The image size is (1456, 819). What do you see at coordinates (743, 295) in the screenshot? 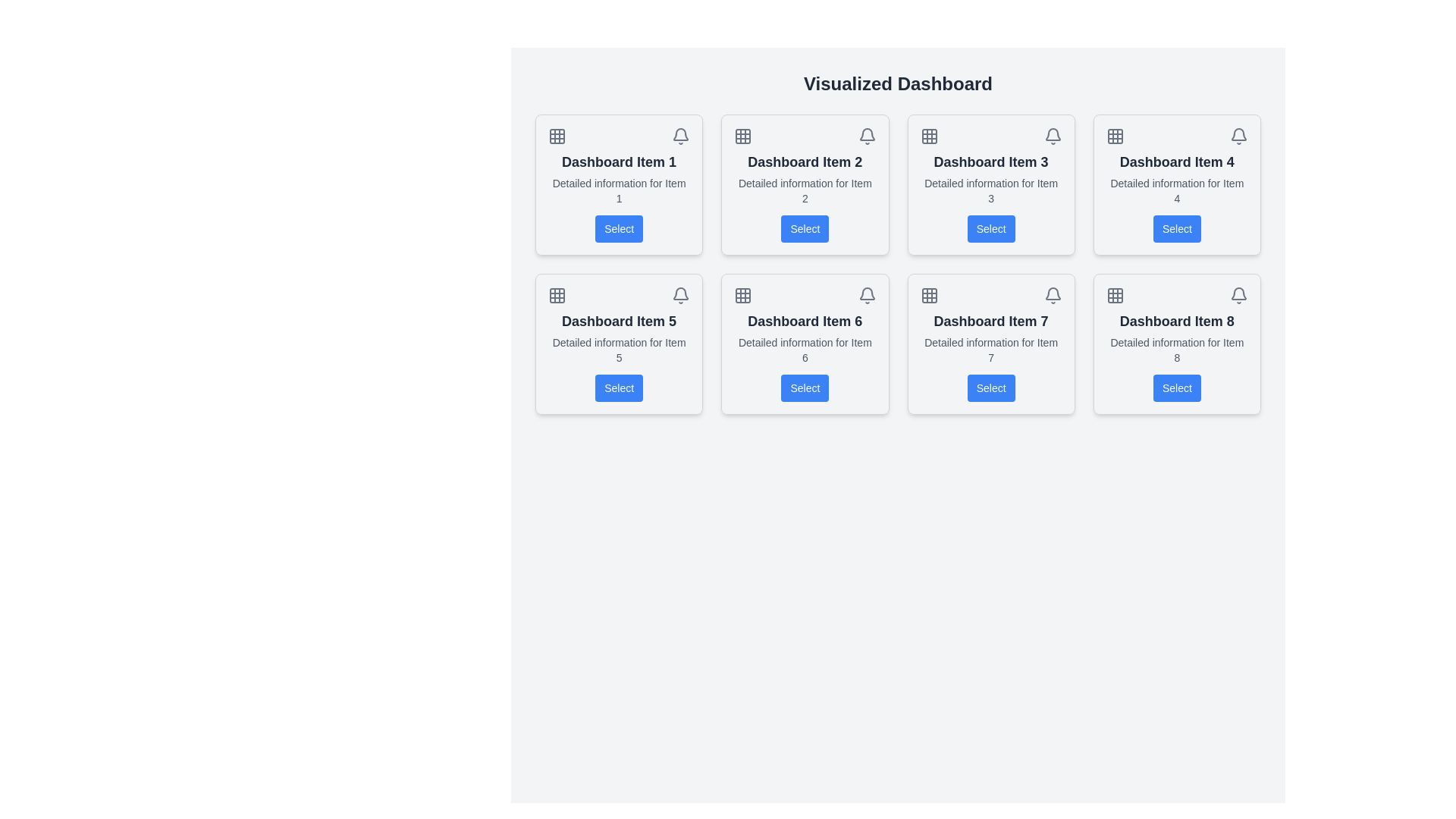
I see `the decorative visual element in the top-left corner of the grid icon representing 'Dashboard Item 6', which is the first square in the 3x3 grid layout` at bounding box center [743, 295].